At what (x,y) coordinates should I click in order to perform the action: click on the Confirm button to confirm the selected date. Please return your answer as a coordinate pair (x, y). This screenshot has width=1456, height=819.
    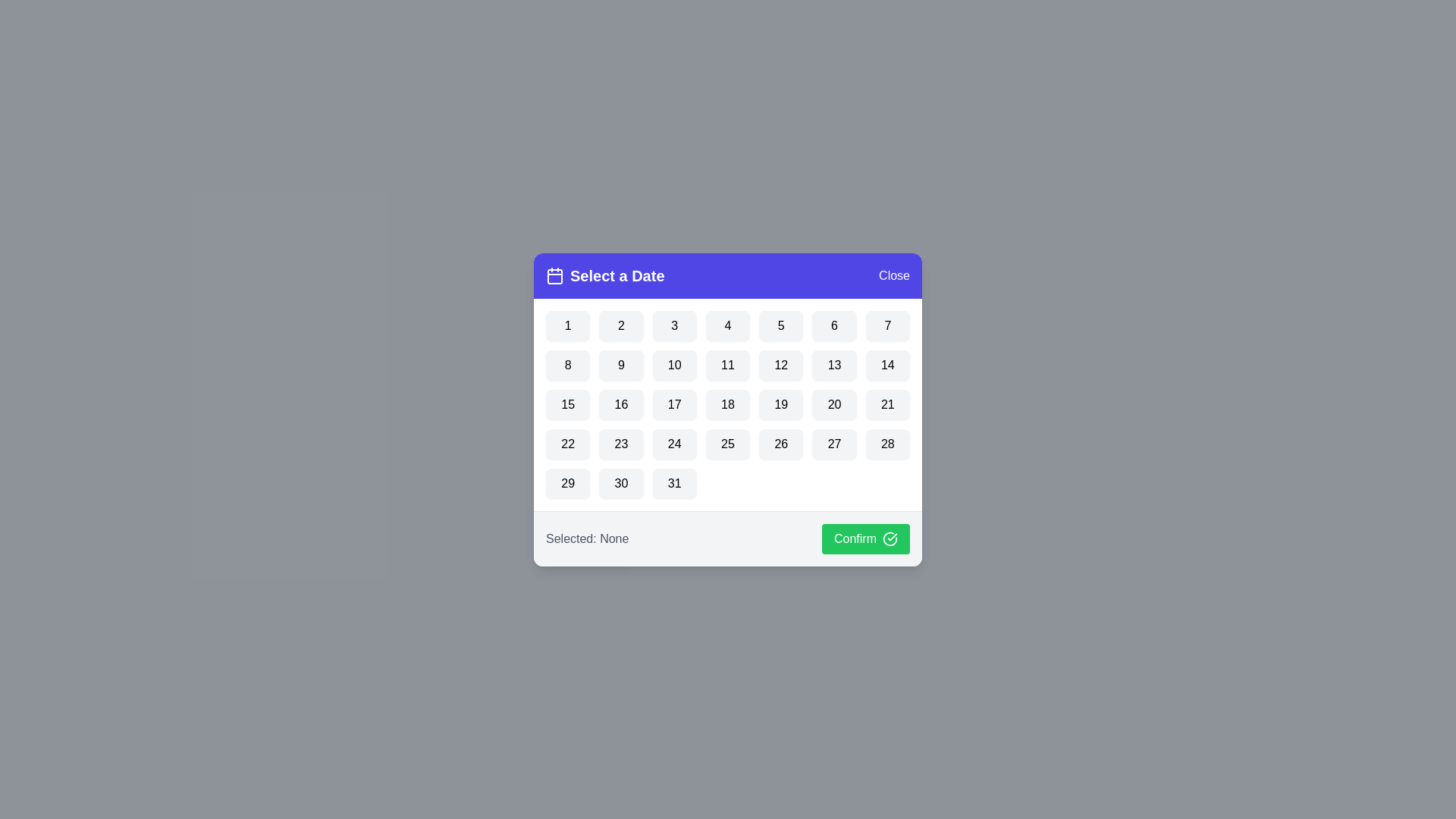
    Looking at the image, I should click on (866, 538).